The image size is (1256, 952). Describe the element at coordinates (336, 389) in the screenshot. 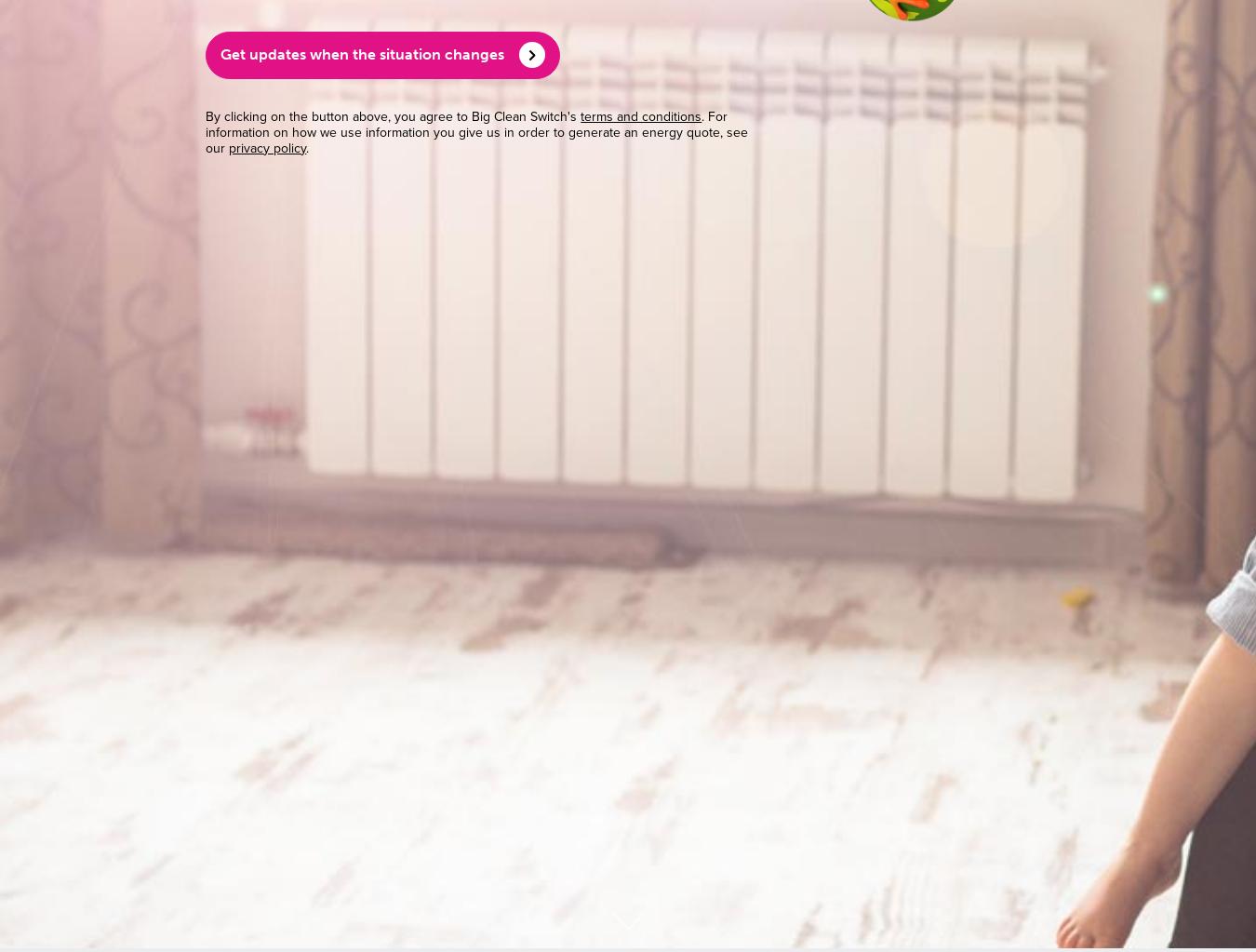

I see `'Ranked top 5 for customer service by Citizens Advice, one of only three suppliers recommended by'` at that location.